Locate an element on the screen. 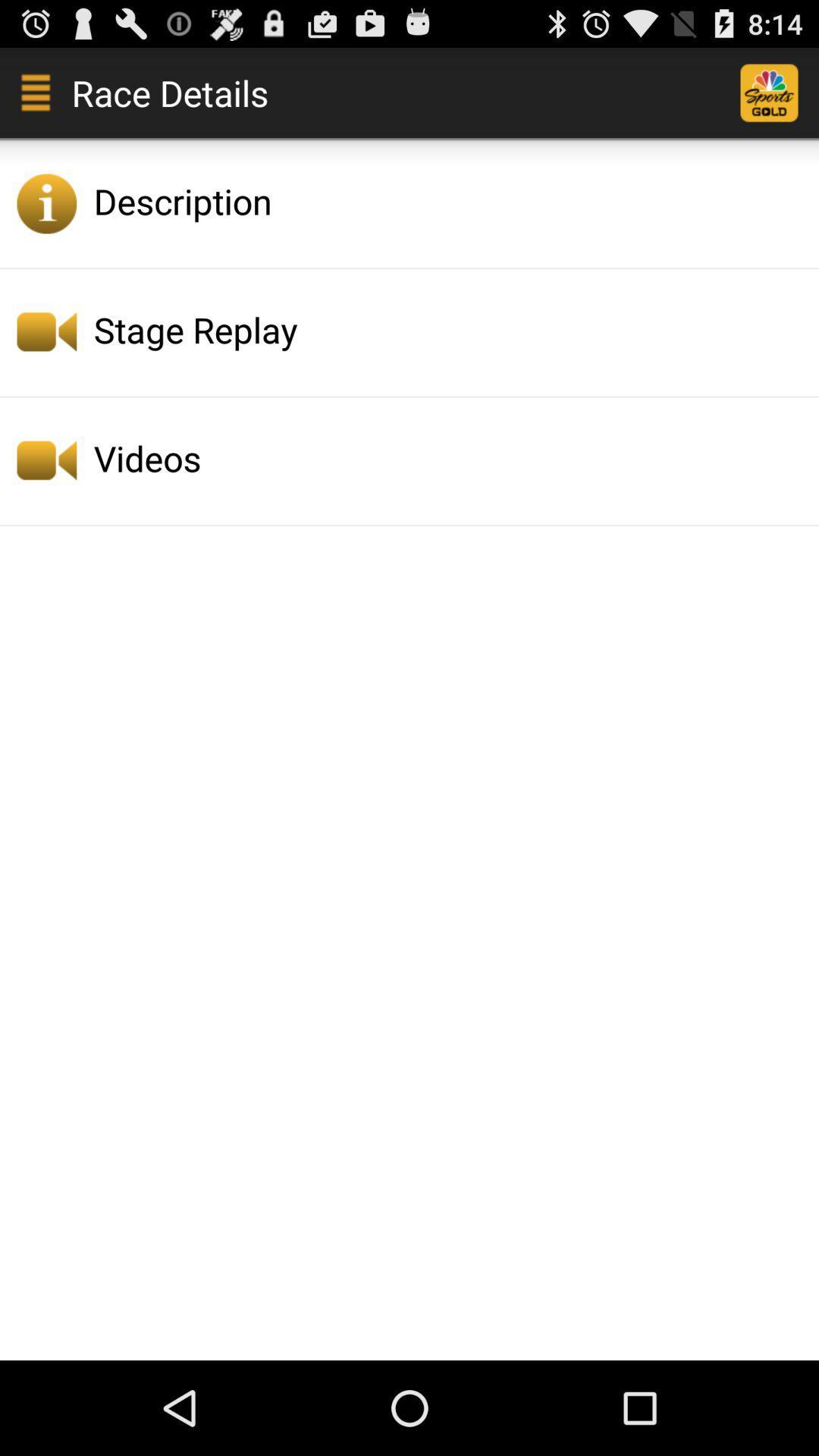  videos icon is located at coordinates (451, 457).